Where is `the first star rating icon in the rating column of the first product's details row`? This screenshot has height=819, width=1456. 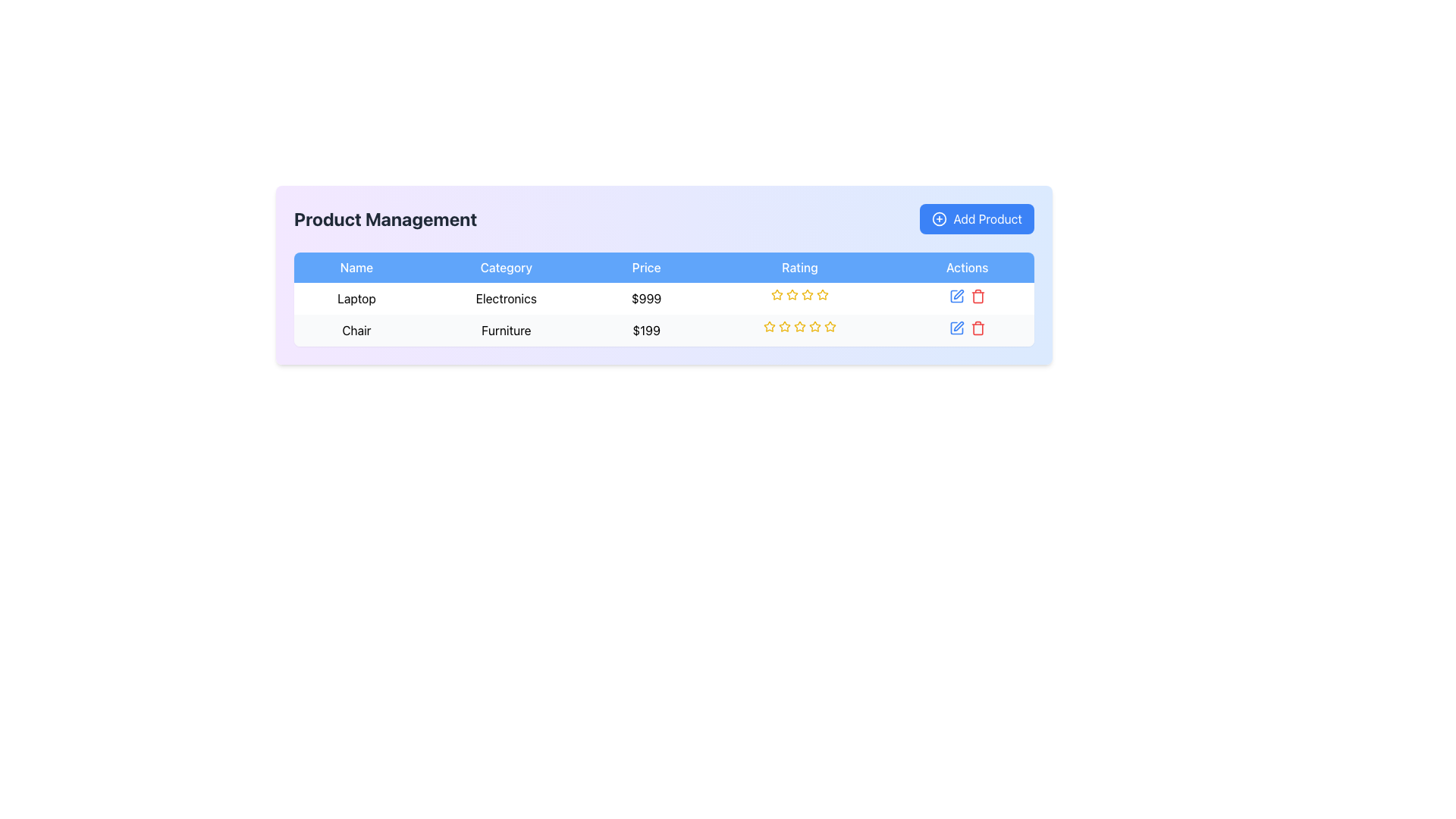
the first star rating icon in the rating column of the first product's details row is located at coordinates (776, 294).